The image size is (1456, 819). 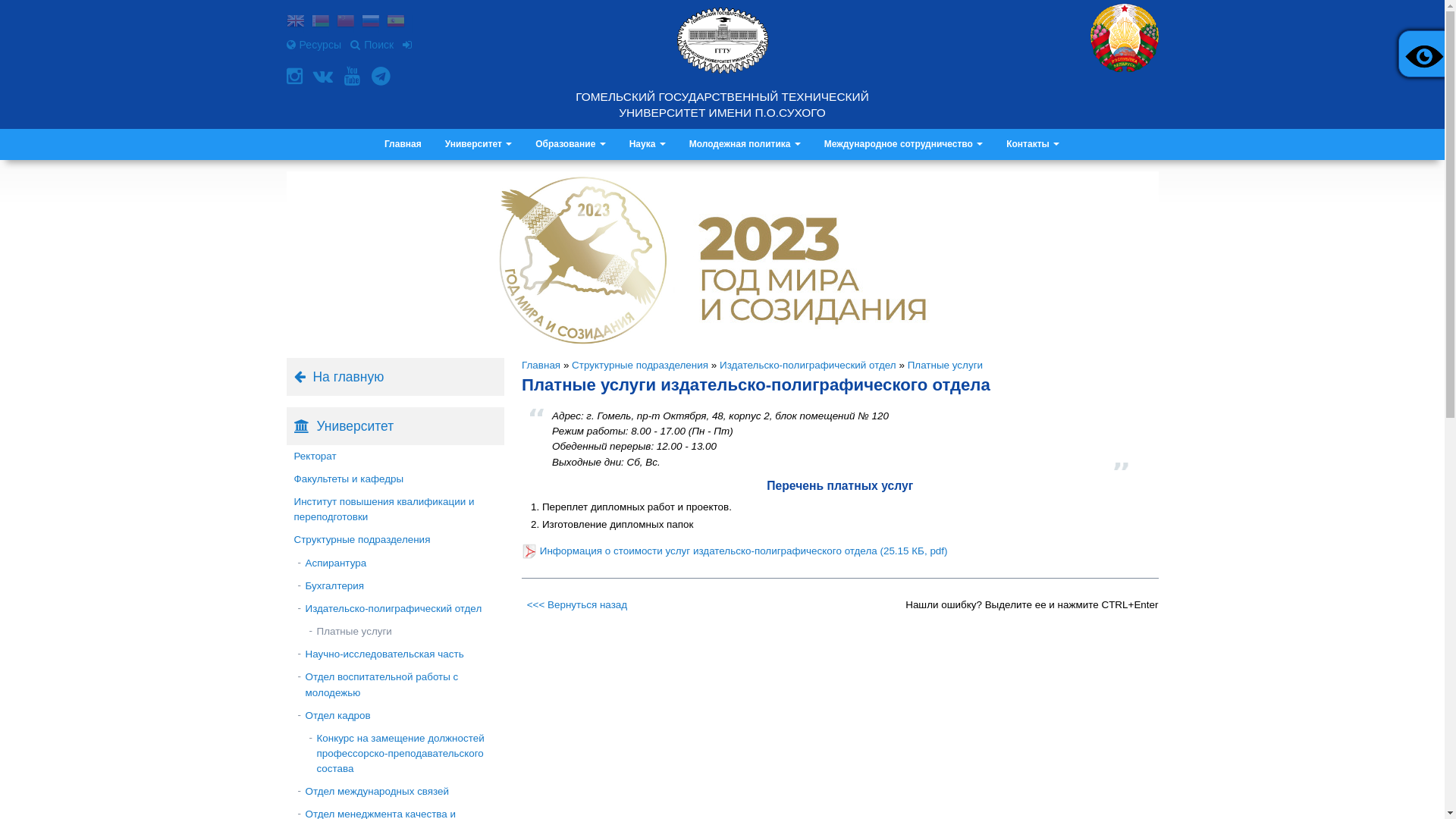 What do you see at coordinates (353, 76) in the screenshot?
I see `'YouTube'` at bounding box center [353, 76].